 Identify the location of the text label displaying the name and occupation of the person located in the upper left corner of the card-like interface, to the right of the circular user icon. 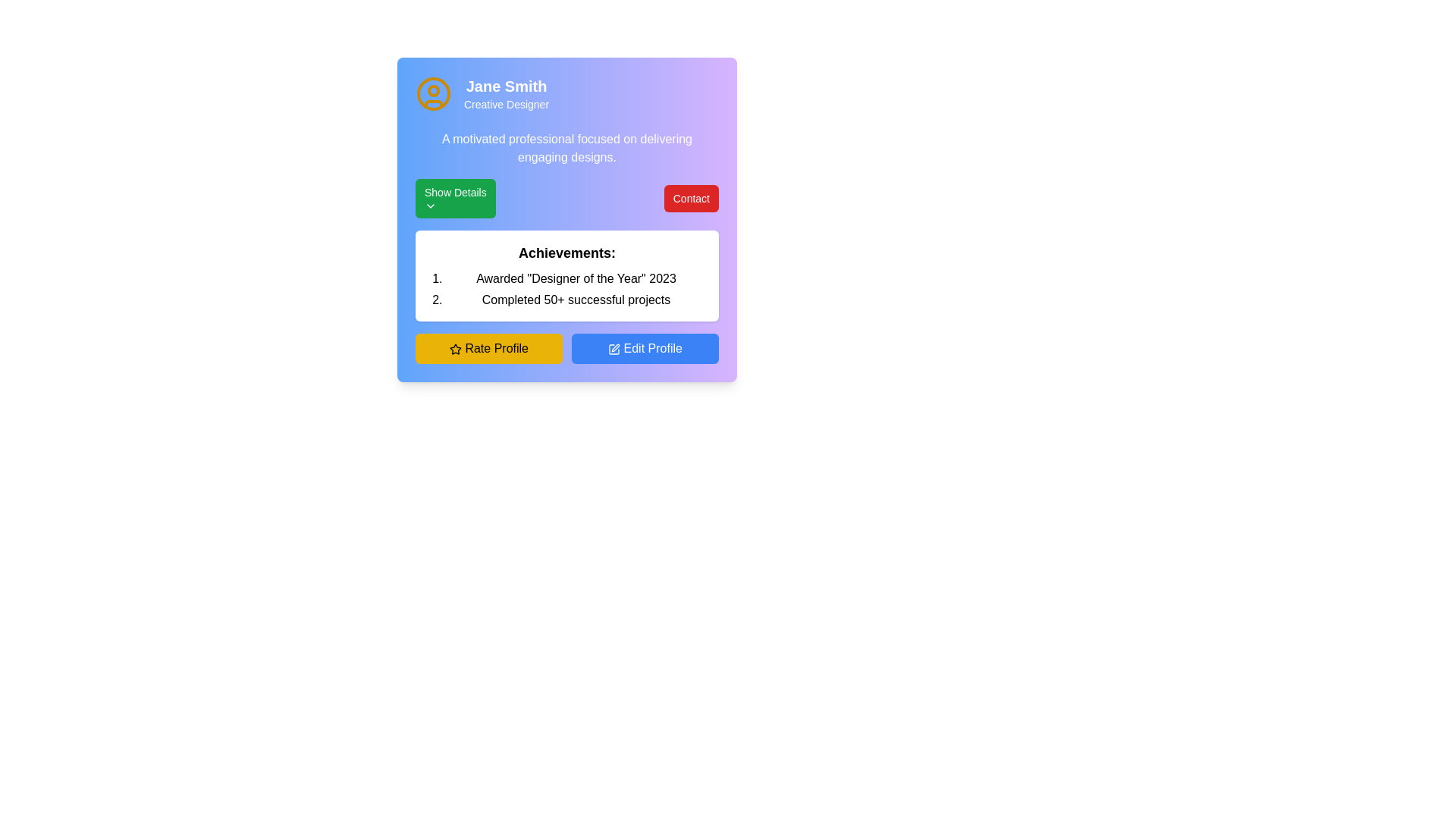
(506, 93).